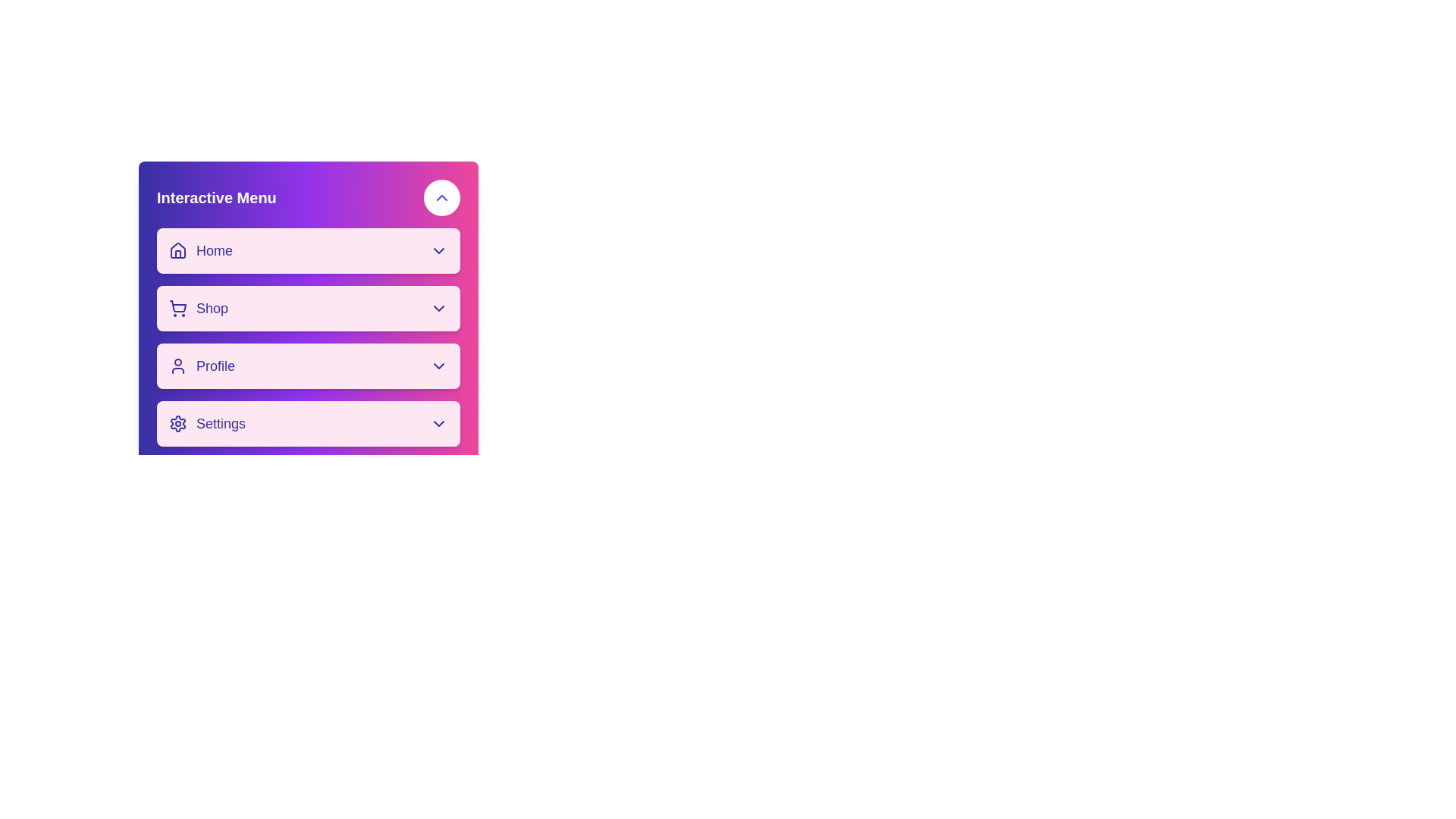 The height and width of the screenshot is (819, 1456). I want to click on the house icon in the 'Home' menu, so click(178, 250).